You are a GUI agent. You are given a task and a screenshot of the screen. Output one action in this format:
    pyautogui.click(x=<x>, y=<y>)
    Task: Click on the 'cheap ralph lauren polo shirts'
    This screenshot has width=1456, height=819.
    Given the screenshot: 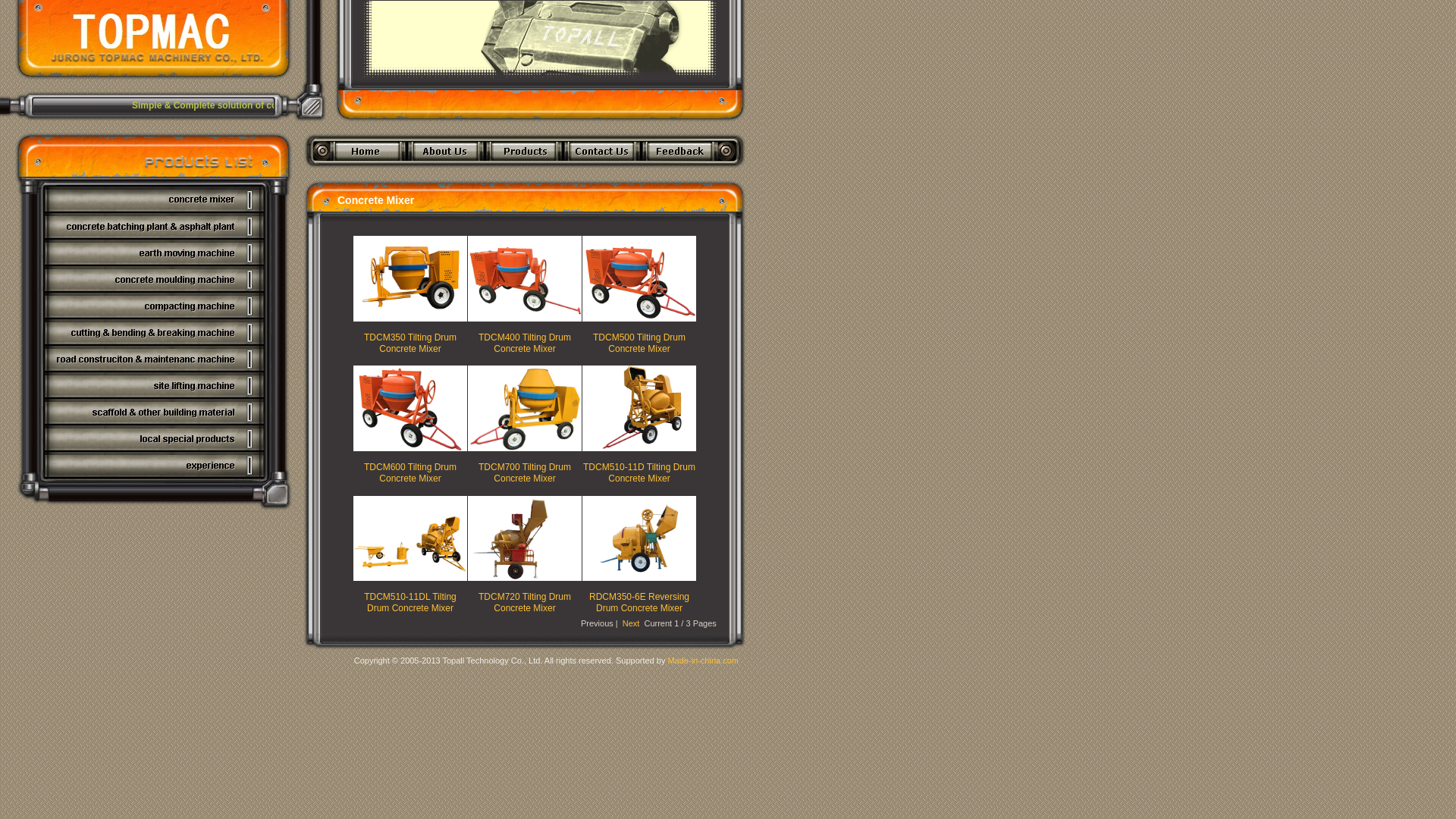 What is the action you would take?
    pyautogui.click(x=899, y=174)
    